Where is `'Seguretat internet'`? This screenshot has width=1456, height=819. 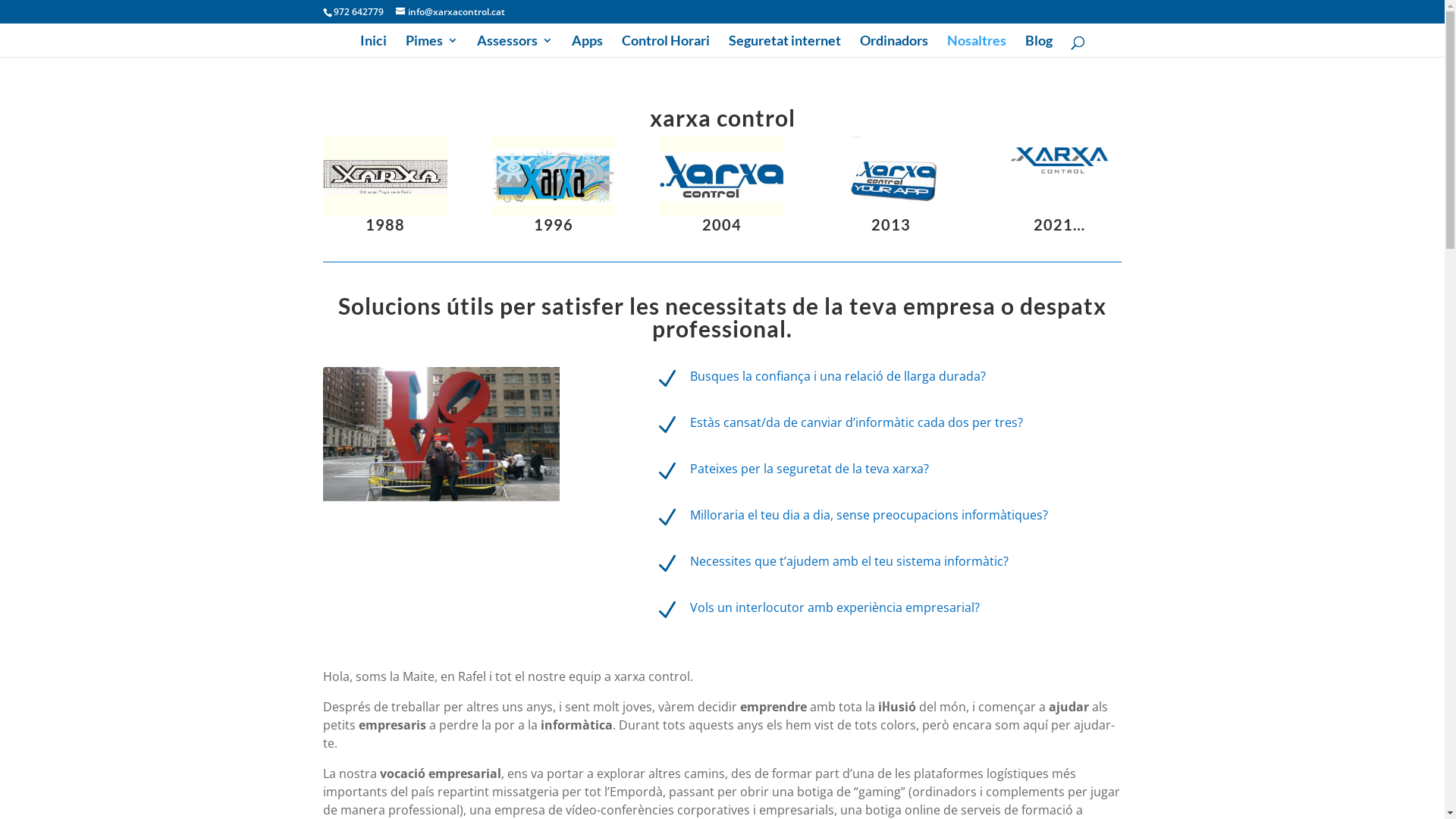 'Seguretat internet' is located at coordinates (728, 45).